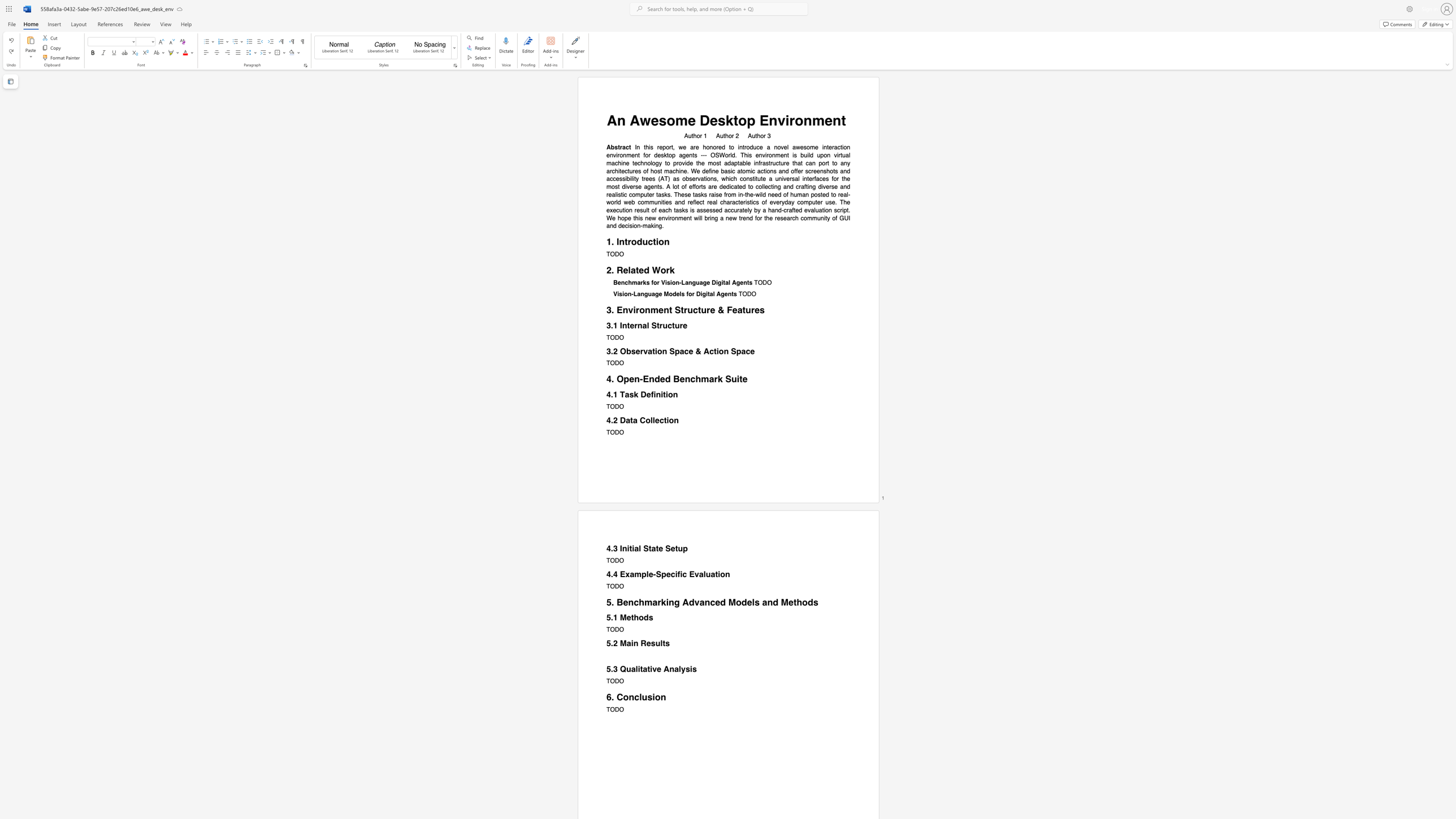 Image resolution: width=1456 pixels, height=819 pixels. What do you see at coordinates (730, 309) in the screenshot?
I see `the 1th character "F" in the text` at bounding box center [730, 309].